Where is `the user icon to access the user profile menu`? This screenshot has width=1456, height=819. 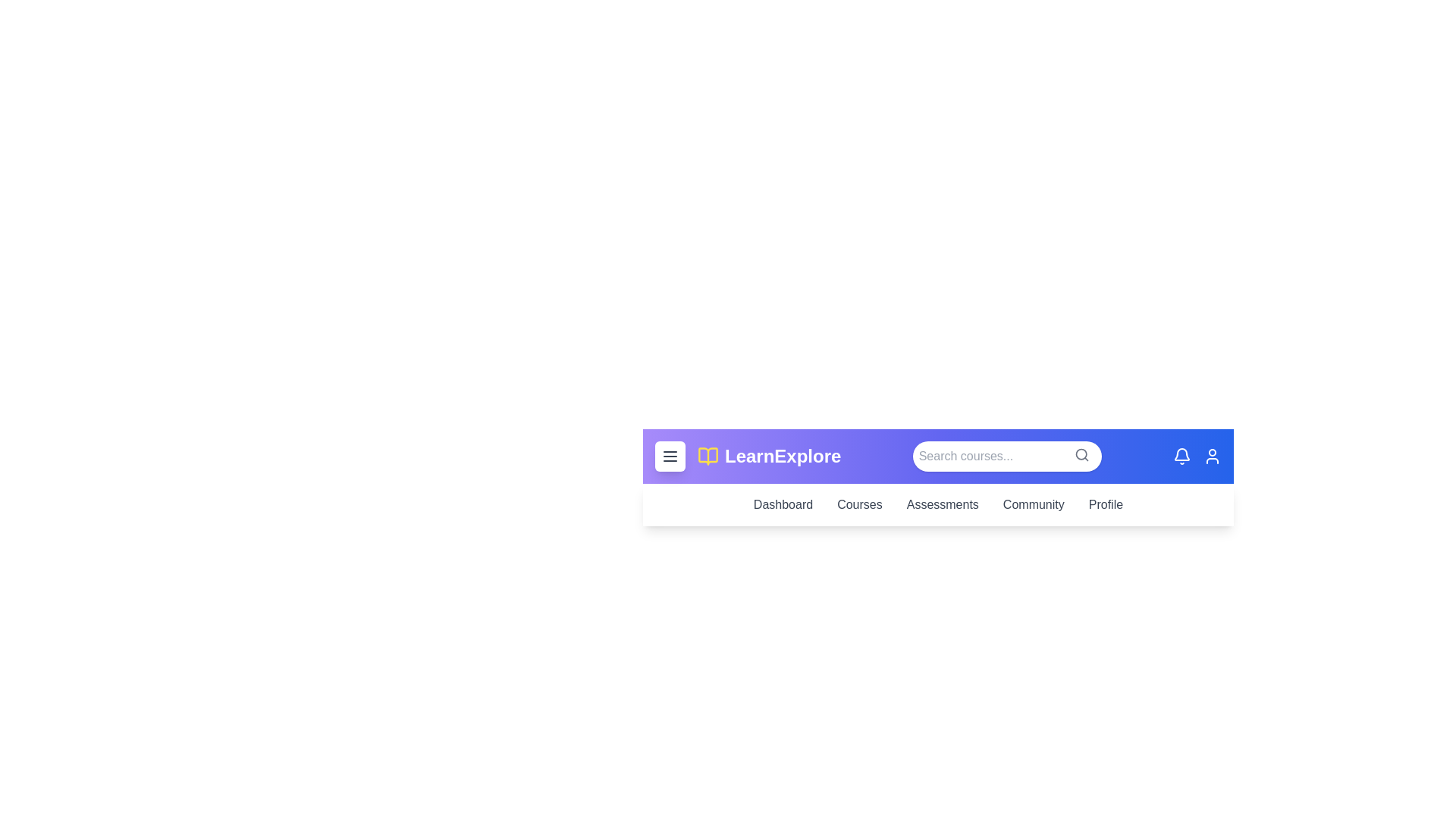 the user icon to access the user profile menu is located at coordinates (1211, 455).